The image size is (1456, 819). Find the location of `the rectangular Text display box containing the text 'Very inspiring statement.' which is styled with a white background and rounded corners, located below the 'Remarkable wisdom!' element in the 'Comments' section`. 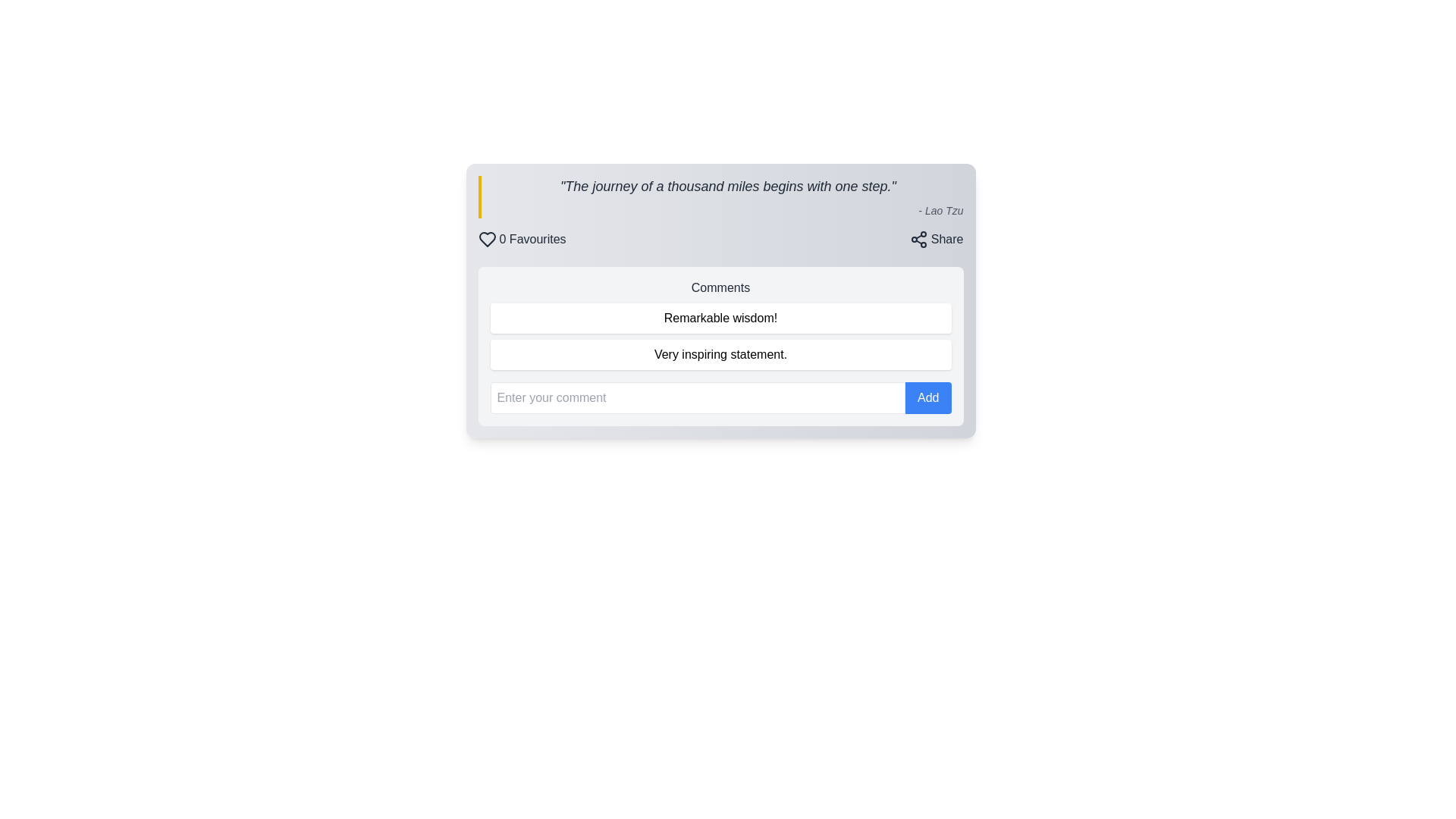

the rectangular Text display box containing the text 'Very inspiring statement.' which is styled with a white background and rounded corners, located below the 'Remarkable wisdom!' element in the 'Comments' section is located at coordinates (720, 354).